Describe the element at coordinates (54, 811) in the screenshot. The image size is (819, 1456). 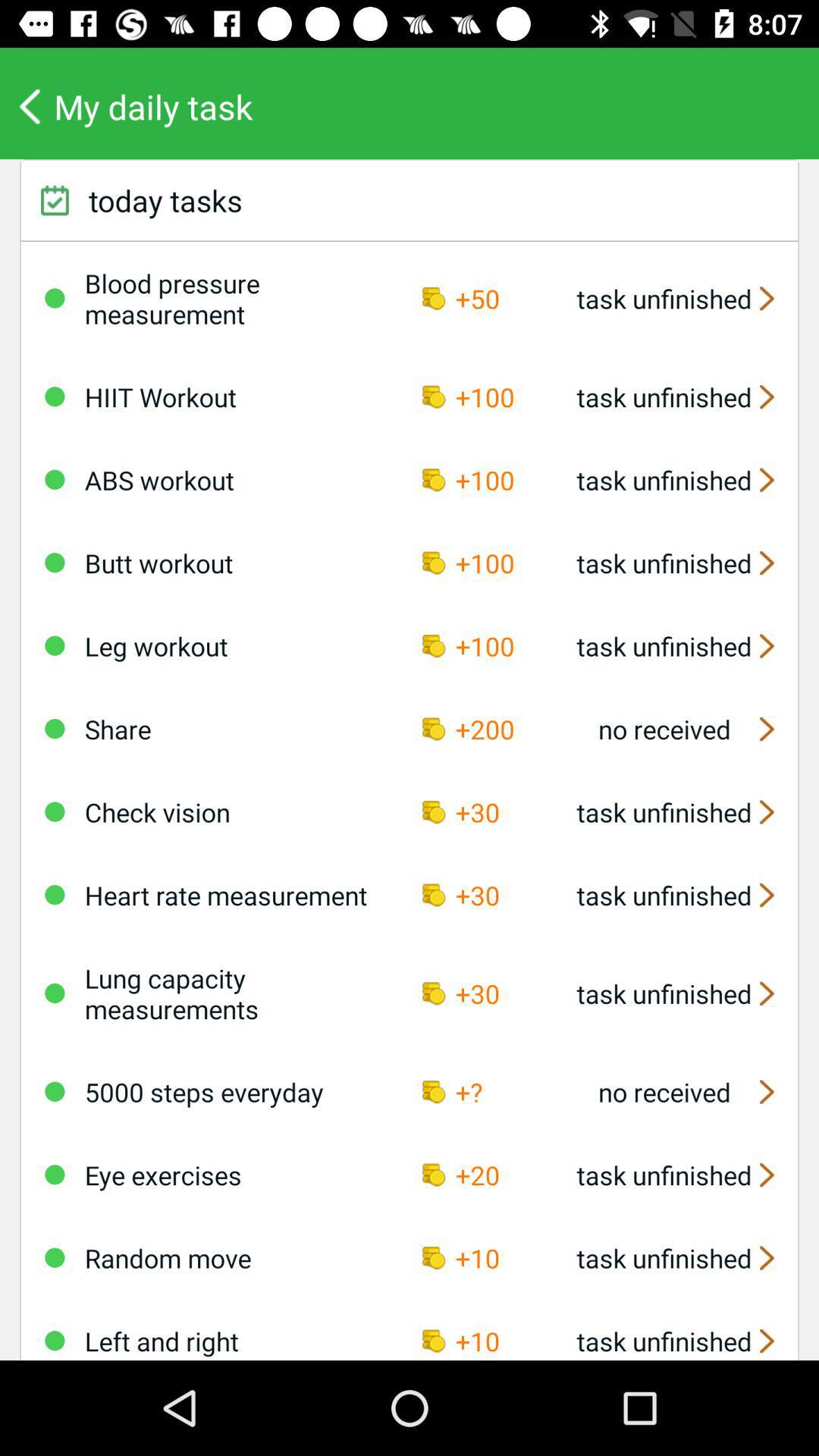
I see `mark off task as complete` at that location.